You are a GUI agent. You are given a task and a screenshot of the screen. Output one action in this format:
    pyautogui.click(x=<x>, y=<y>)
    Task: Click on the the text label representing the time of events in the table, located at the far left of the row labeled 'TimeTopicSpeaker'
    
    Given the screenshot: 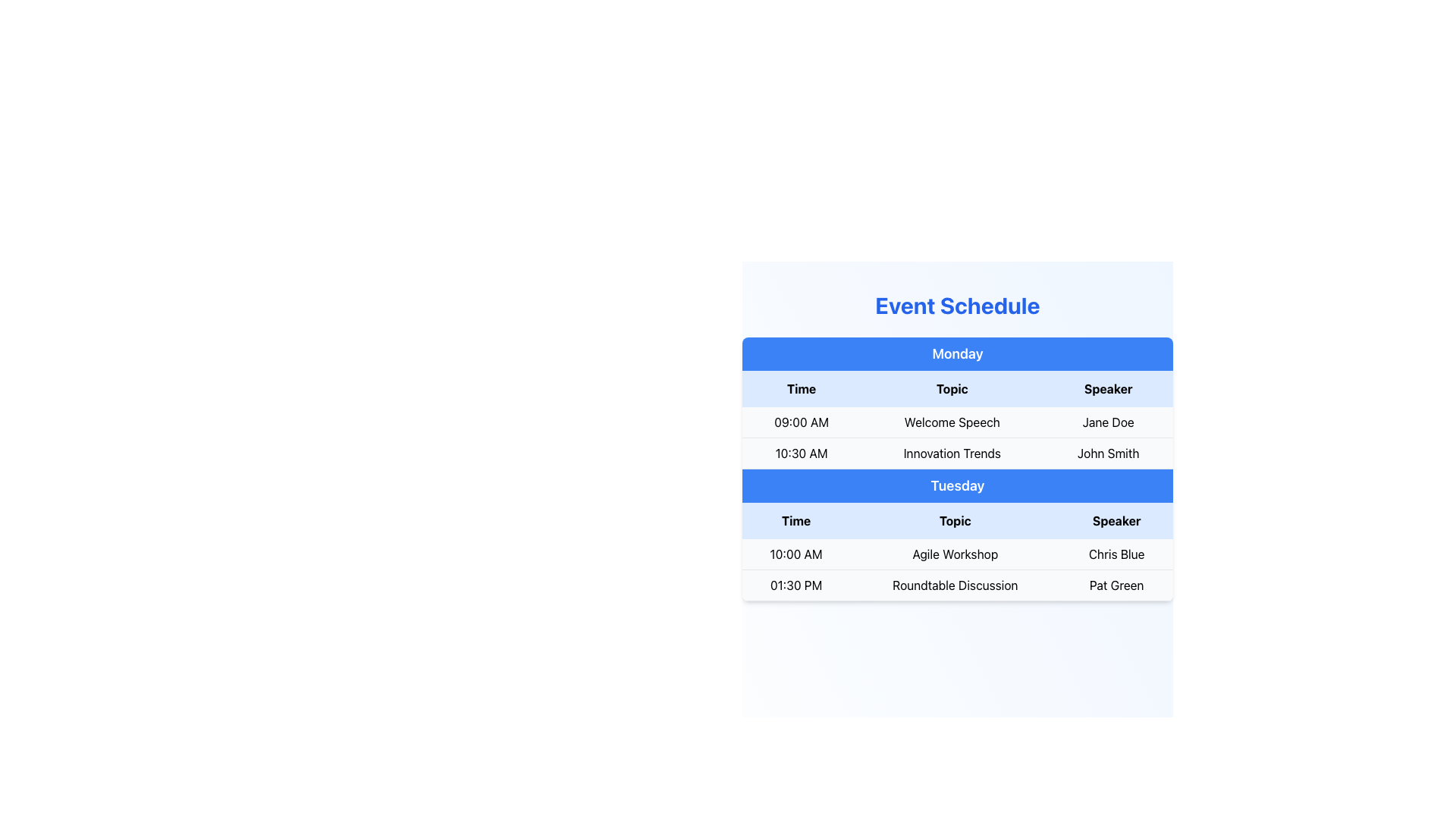 What is the action you would take?
    pyautogui.click(x=801, y=388)
    